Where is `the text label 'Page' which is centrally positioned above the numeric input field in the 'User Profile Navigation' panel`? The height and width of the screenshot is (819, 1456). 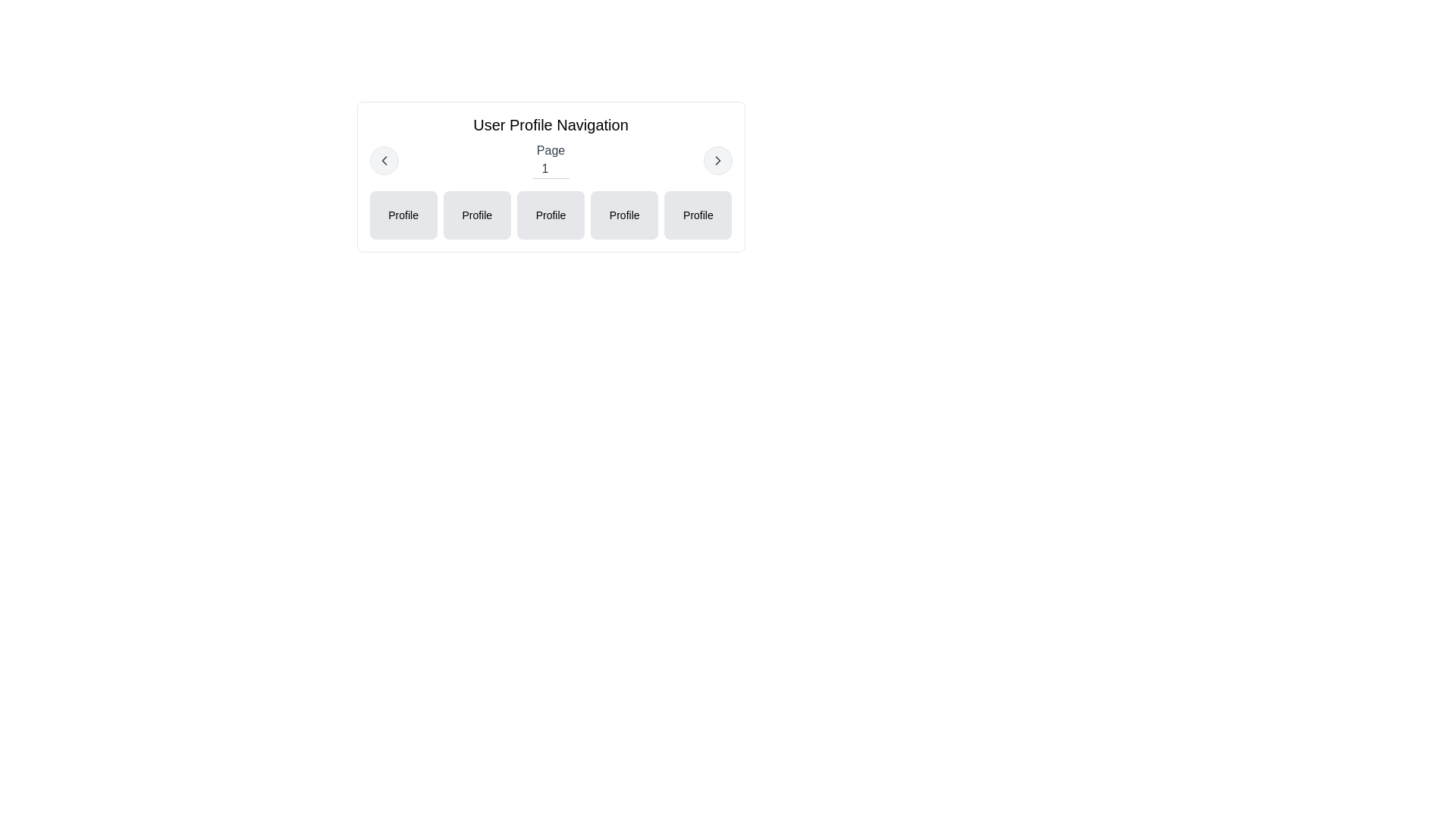
the text label 'Page' which is centrally positioned above the numeric input field in the 'User Profile Navigation' panel is located at coordinates (550, 151).